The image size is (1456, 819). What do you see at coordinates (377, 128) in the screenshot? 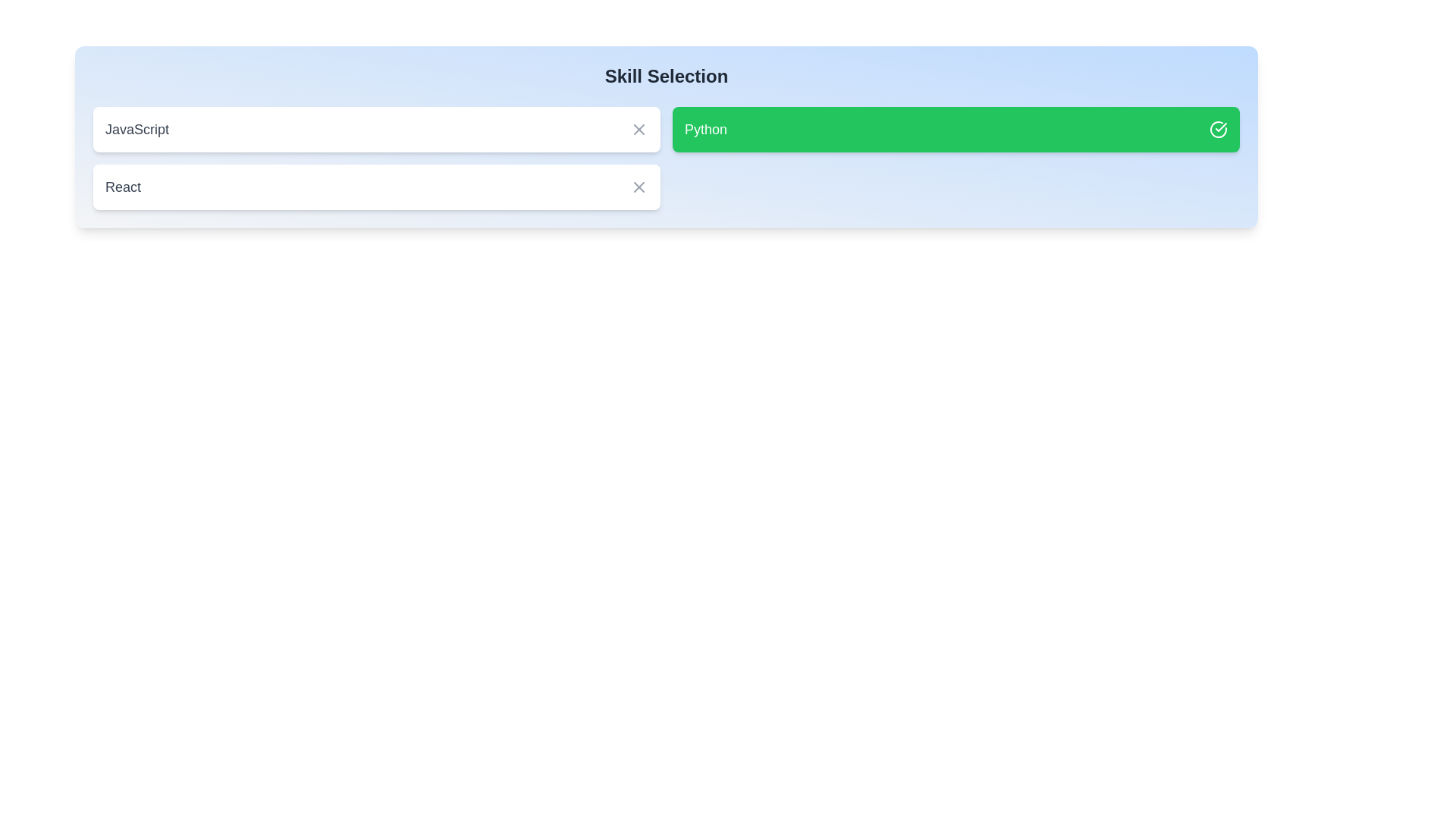
I see `the skill JavaScript by clicking on its corresponding element` at bounding box center [377, 128].